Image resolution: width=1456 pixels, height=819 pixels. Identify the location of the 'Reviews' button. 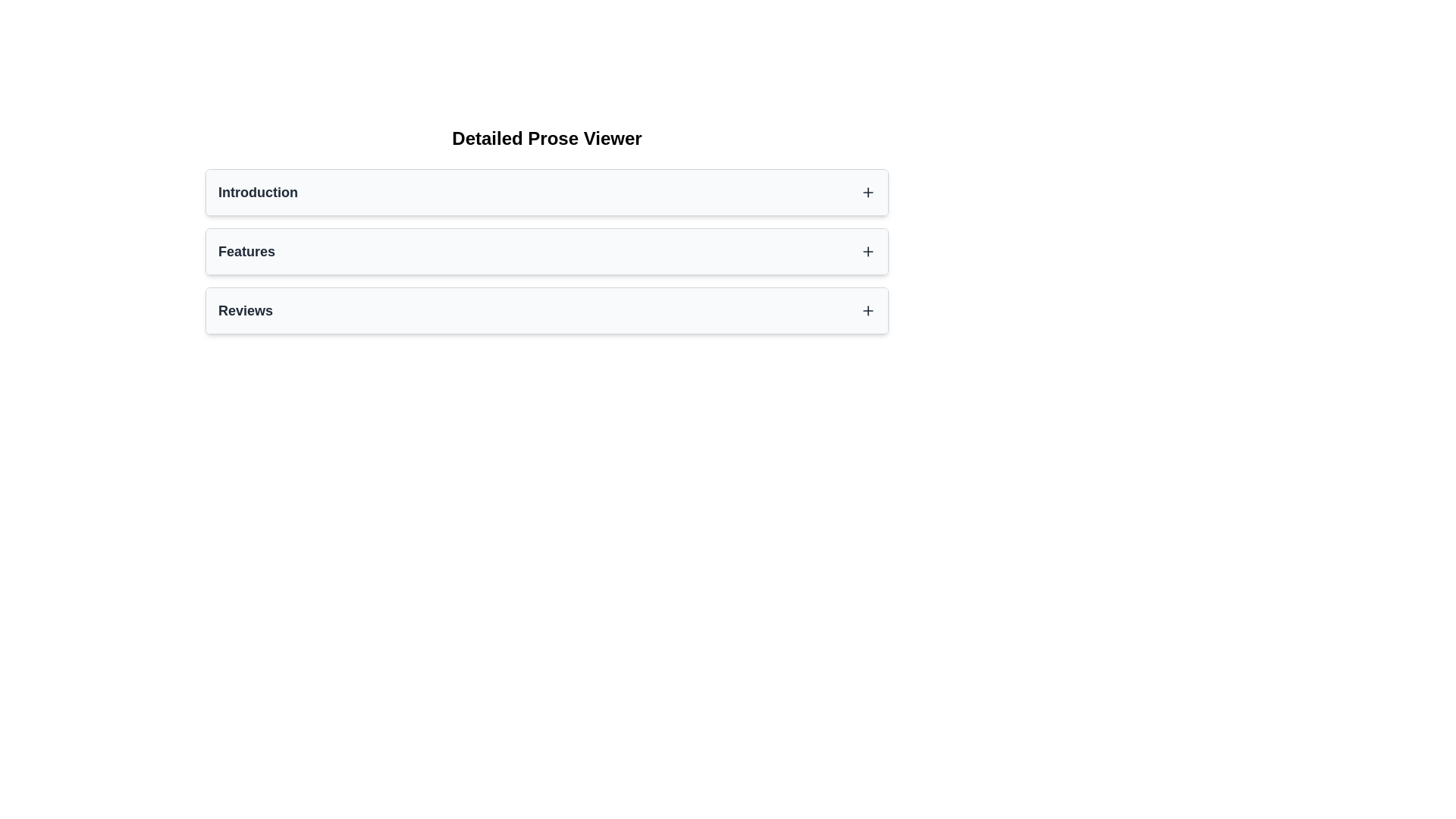
(546, 309).